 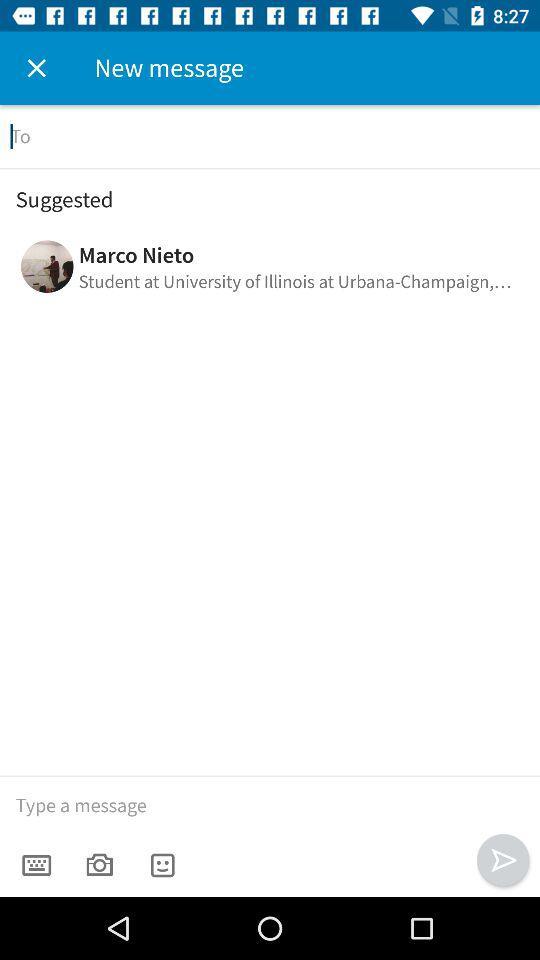 What do you see at coordinates (502, 859) in the screenshot?
I see `the icon at the bottom right corner` at bounding box center [502, 859].